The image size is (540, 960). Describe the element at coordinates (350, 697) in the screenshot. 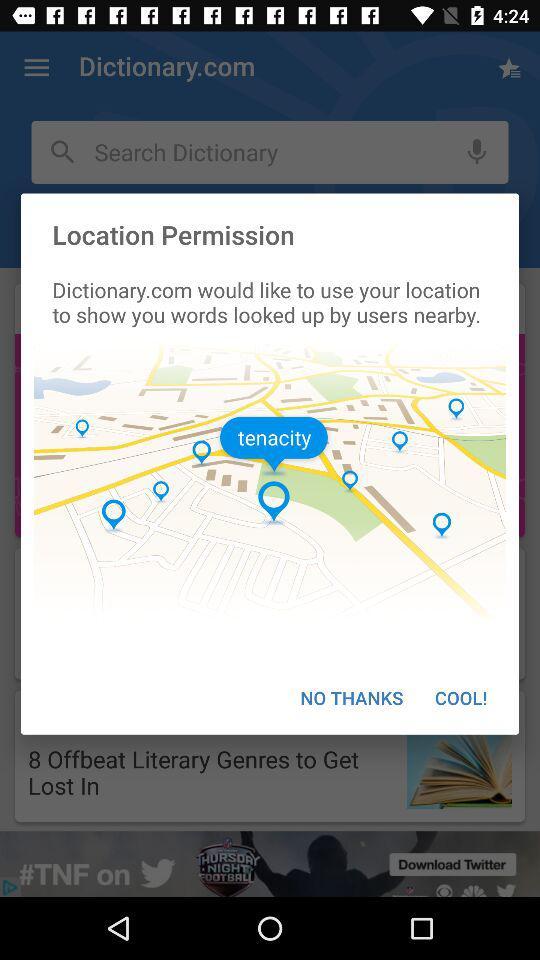

I see `the no thanks` at that location.